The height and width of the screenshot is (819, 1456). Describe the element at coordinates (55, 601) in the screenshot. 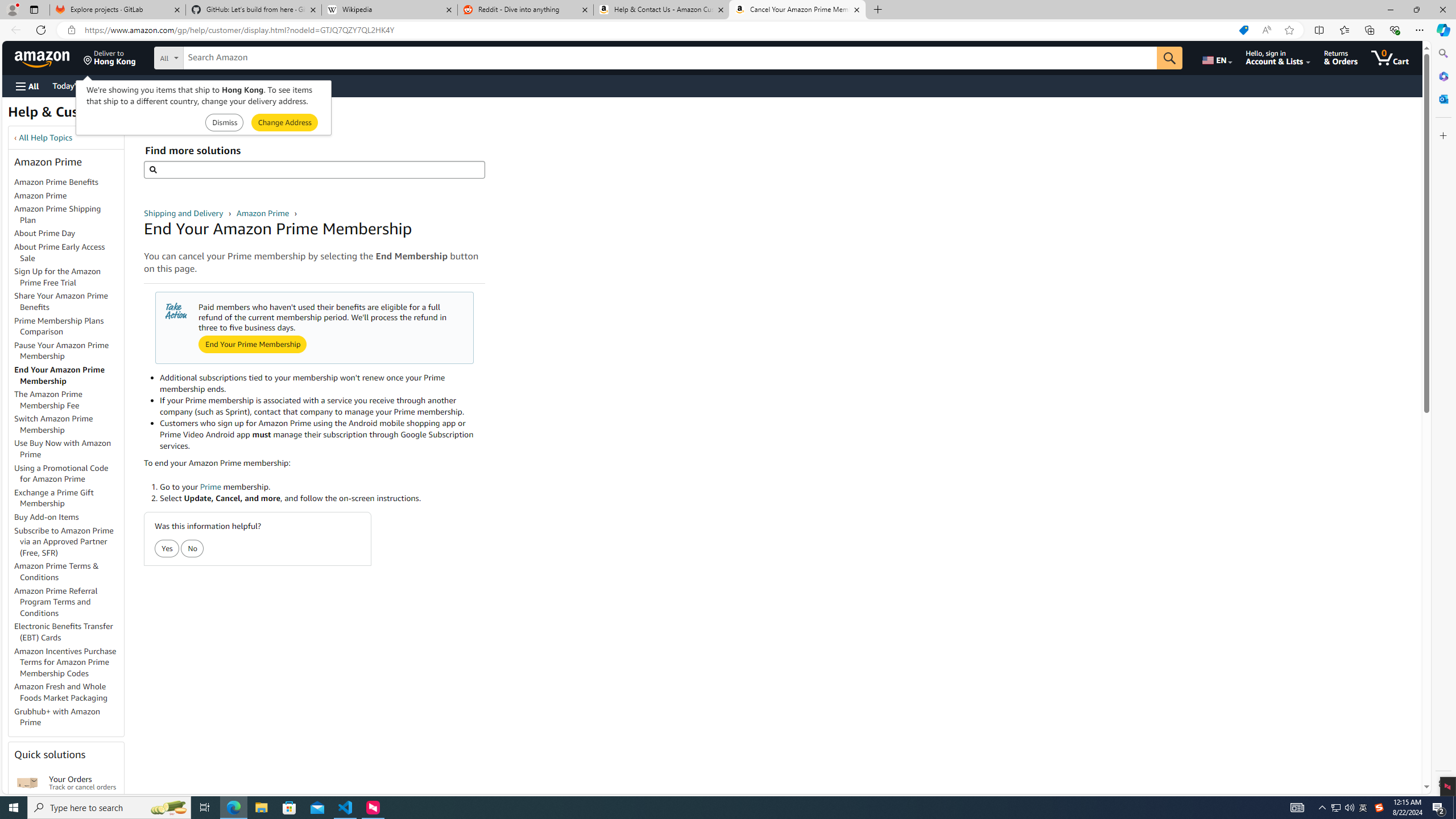

I see `'Amazon Prime Referral Program Terms and Conditions'` at that location.